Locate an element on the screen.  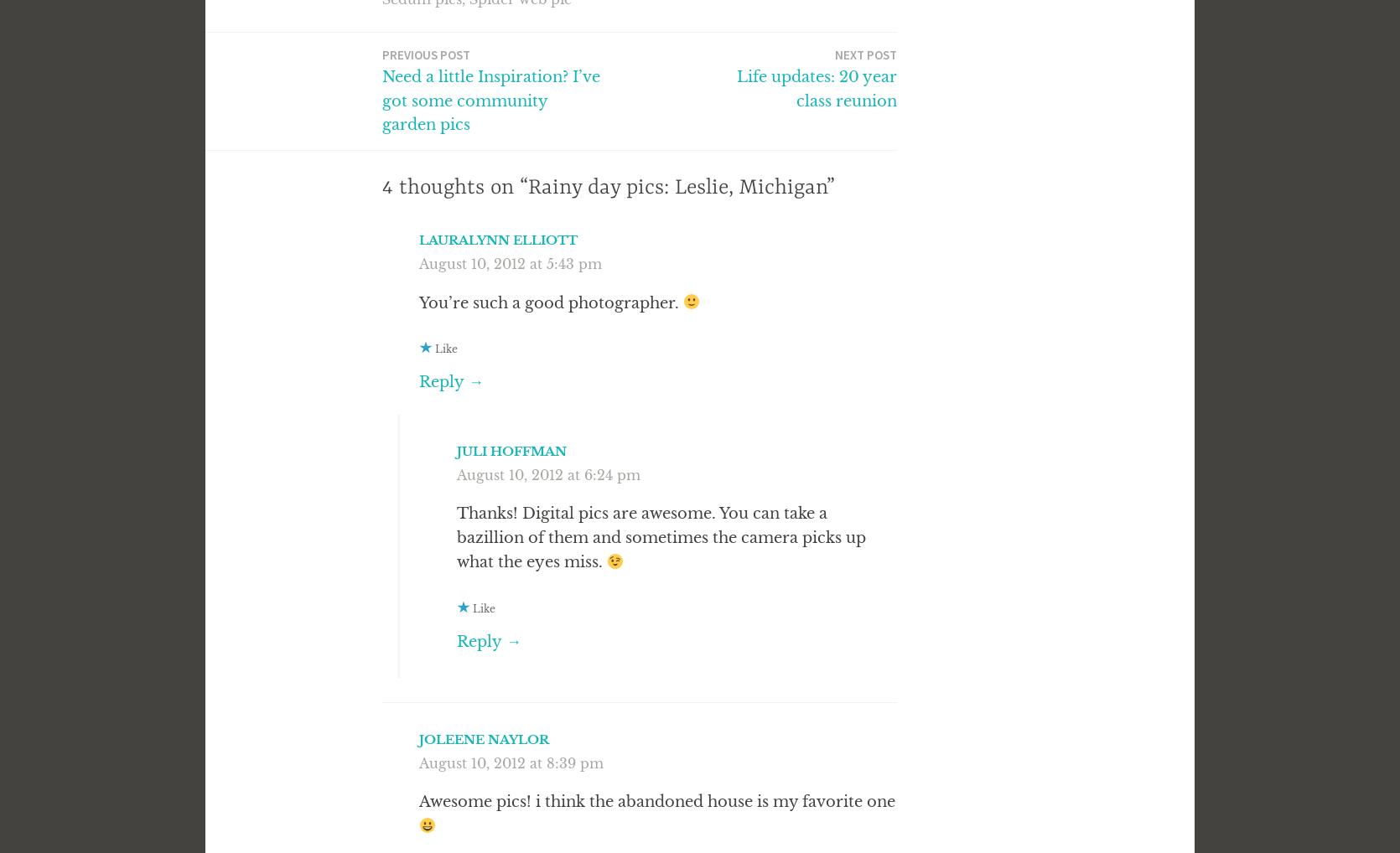
'August 10, 2012 at 8:39 pm' is located at coordinates (511, 762).